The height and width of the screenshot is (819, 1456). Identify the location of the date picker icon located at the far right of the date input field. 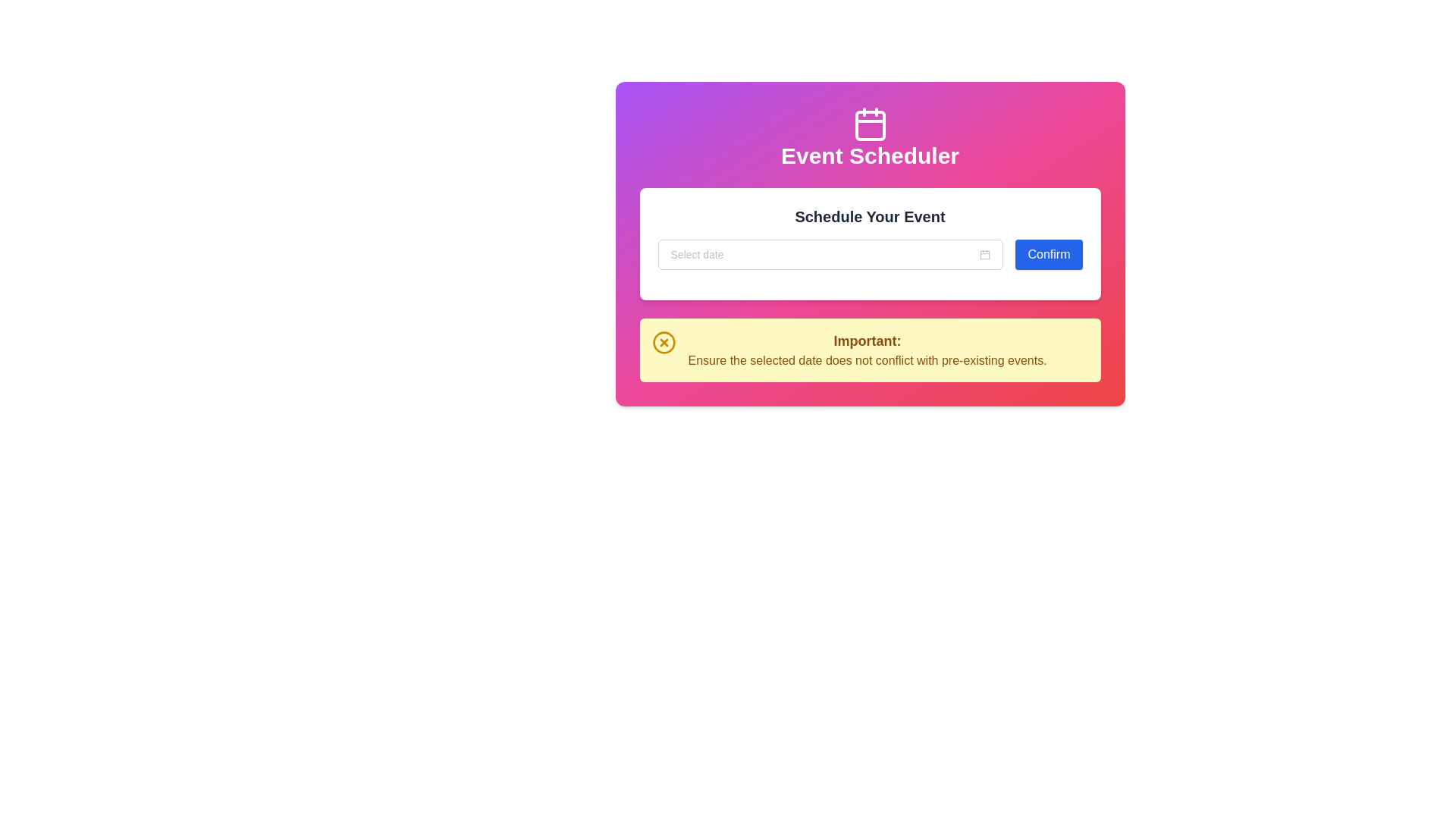
(985, 253).